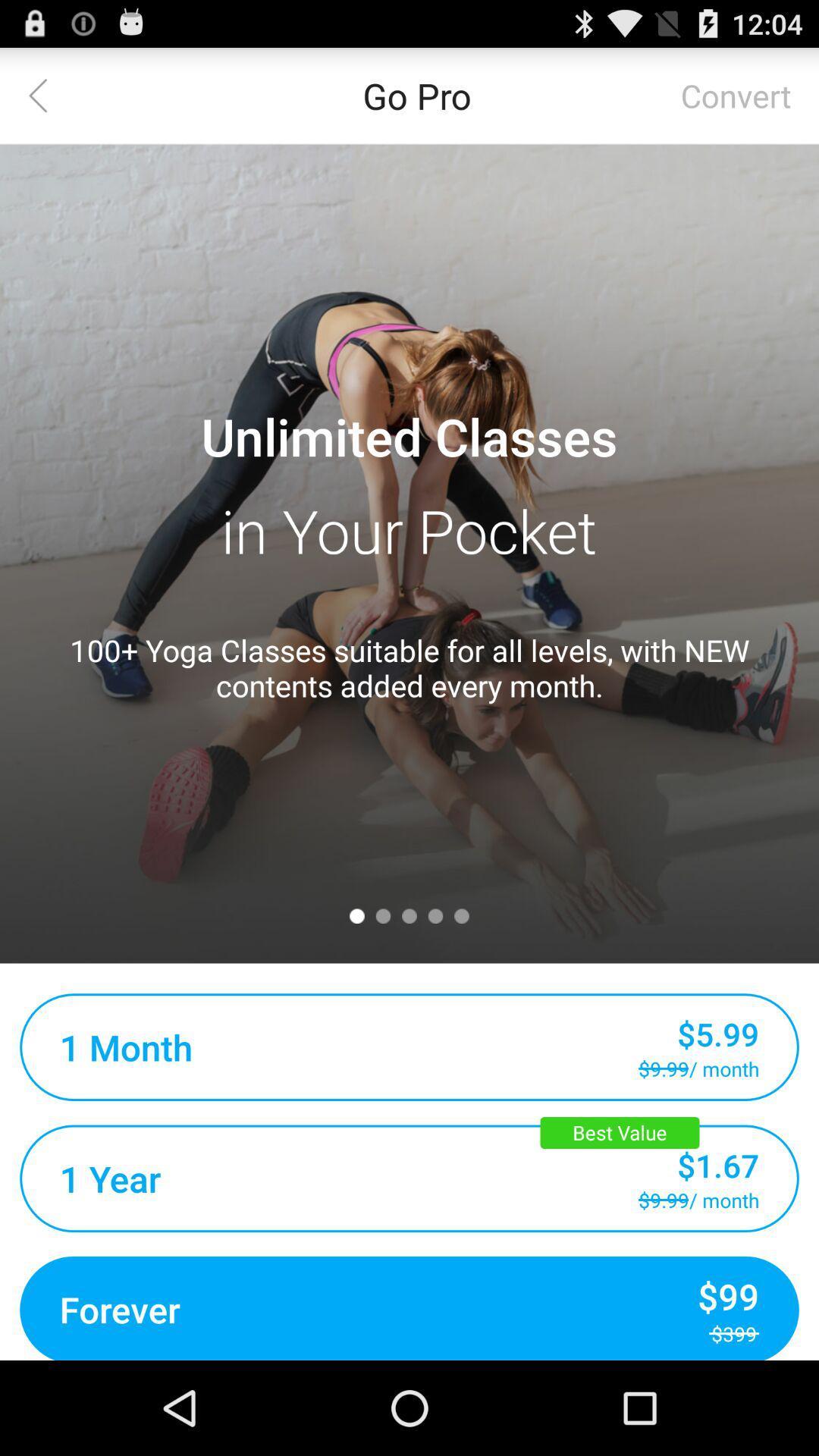  Describe the element at coordinates (735, 94) in the screenshot. I see `item next to the go pro item` at that location.